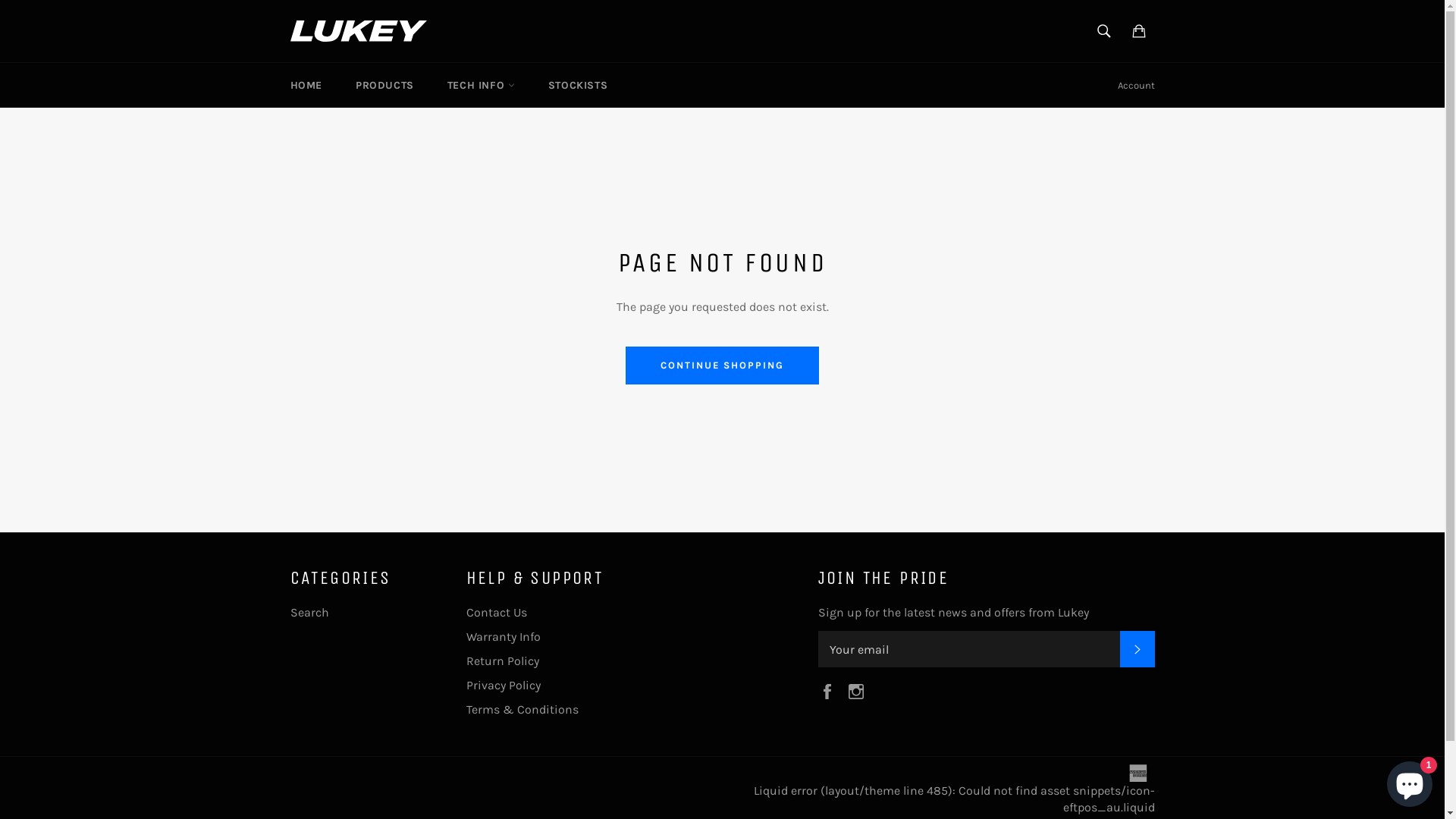  Describe the element at coordinates (829, 690) in the screenshot. I see `'Facebook'` at that location.